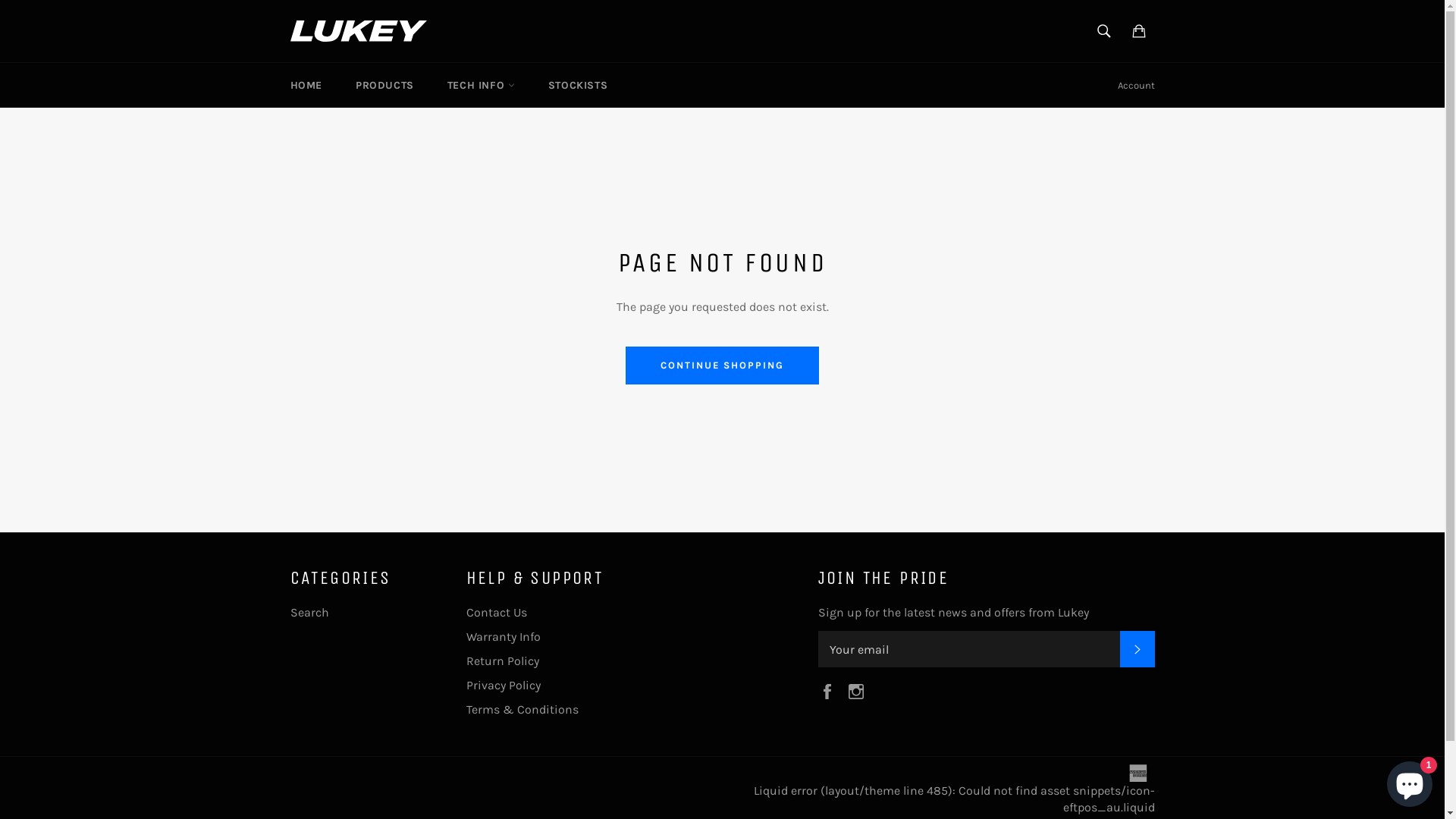  Describe the element at coordinates (829, 690) in the screenshot. I see `'Facebook'` at that location.